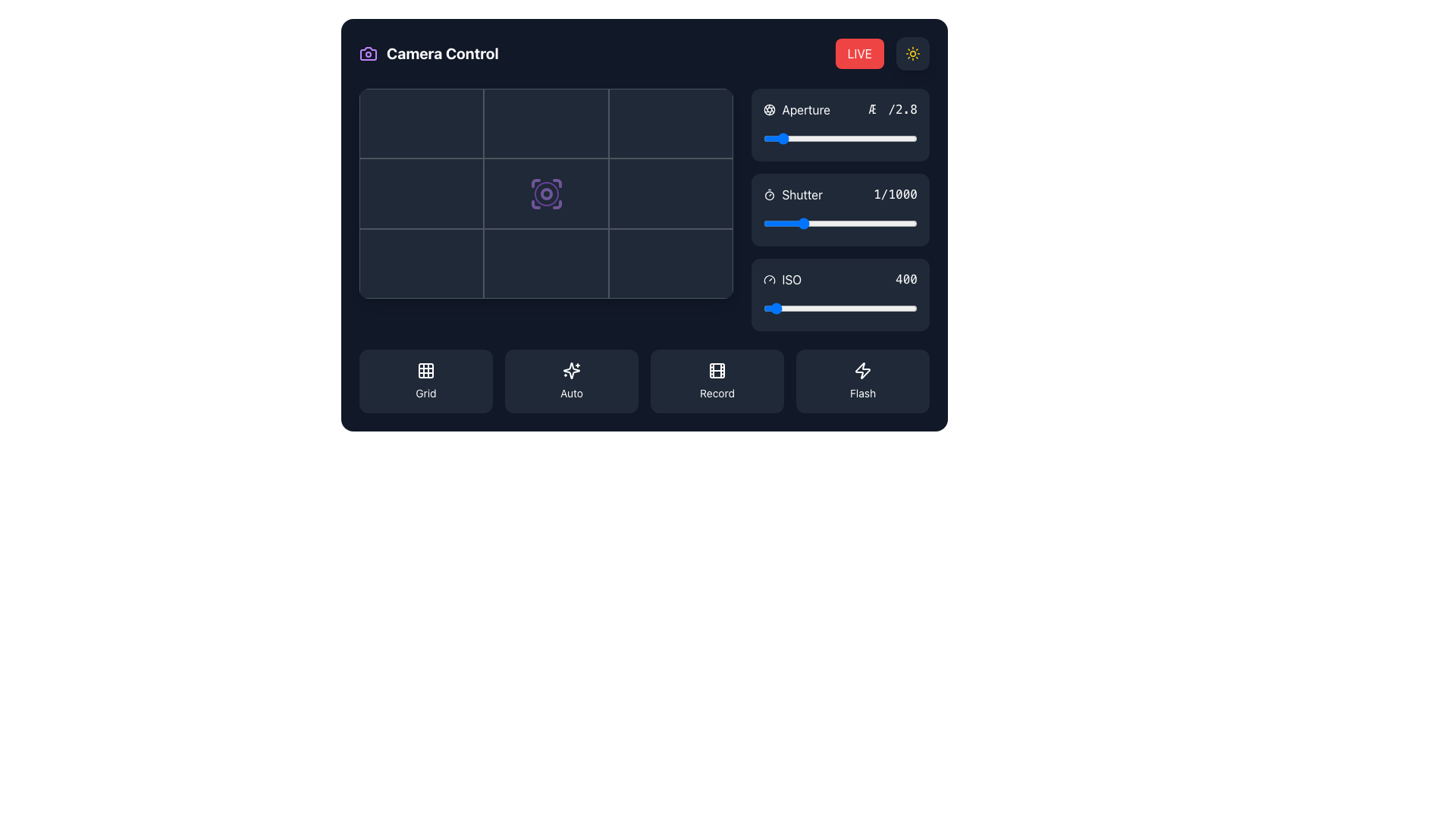  I want to click on ISO value, so click(839, 308).